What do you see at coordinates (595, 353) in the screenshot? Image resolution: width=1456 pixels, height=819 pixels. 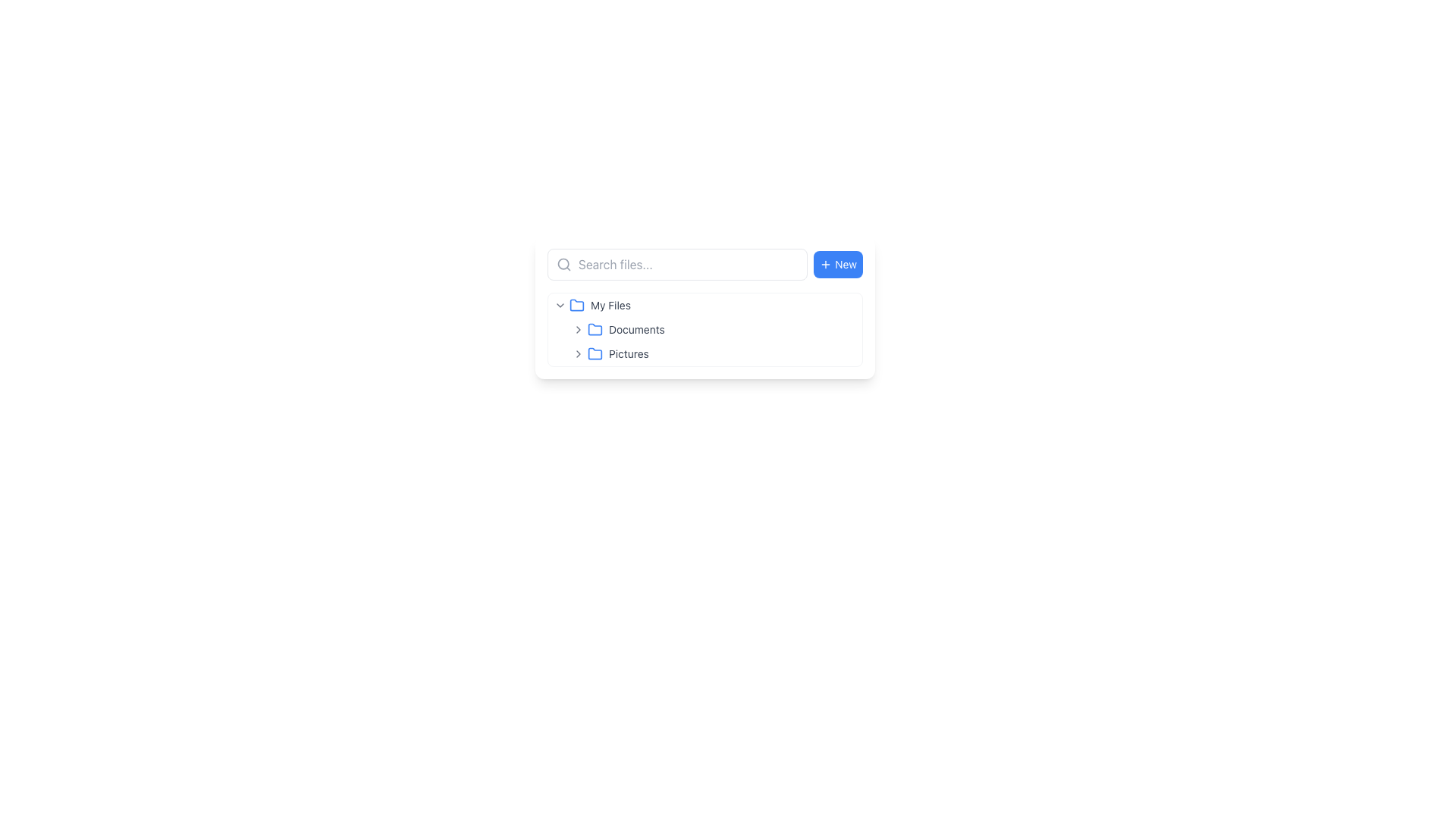 I see `the folder-shaped icon with a blue outline, which is positioned to the left of the text 'Pictures' in the interface` at bounding box center [595, 353].